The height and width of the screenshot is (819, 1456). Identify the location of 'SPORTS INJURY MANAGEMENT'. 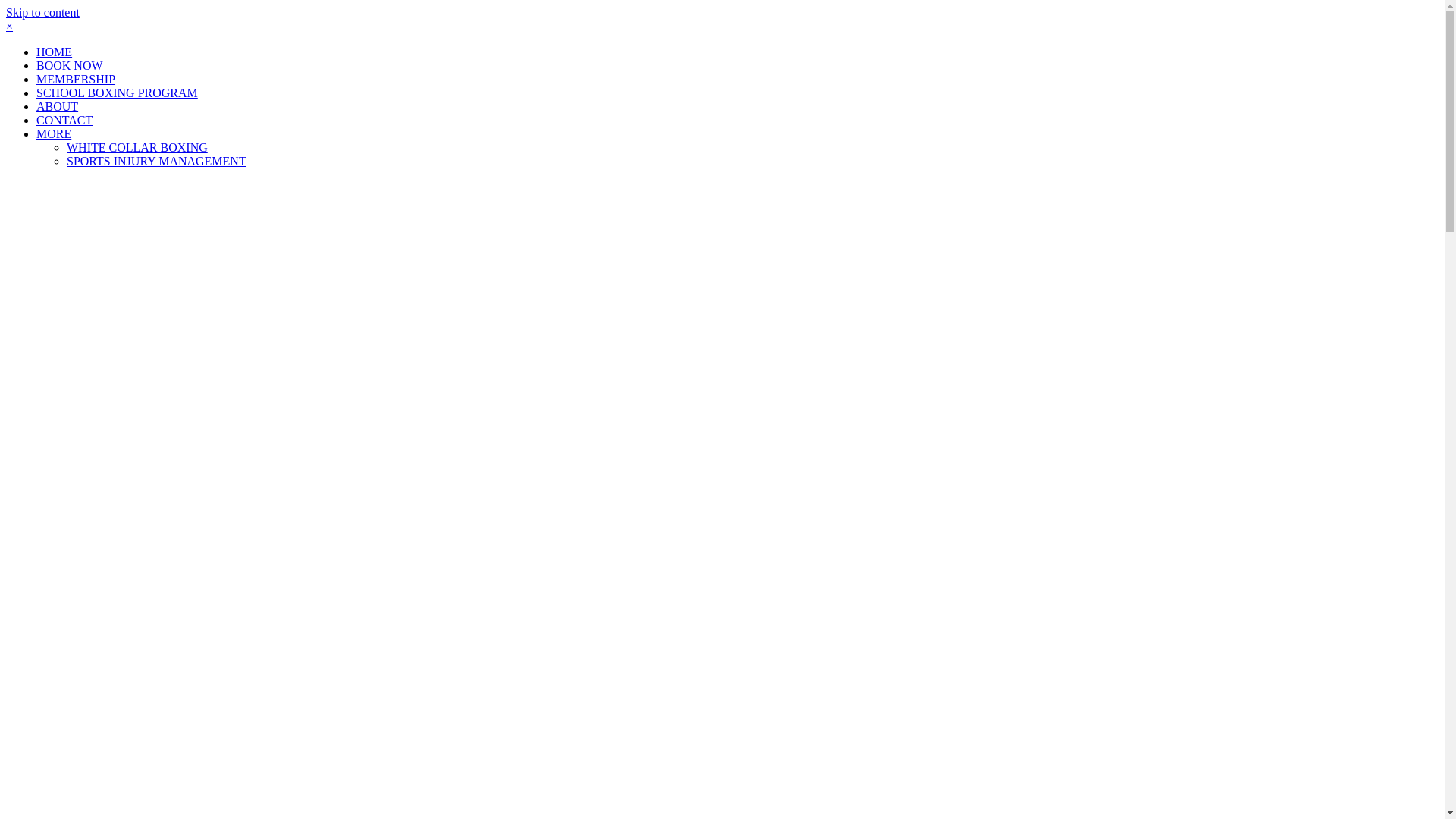
(156, 161).